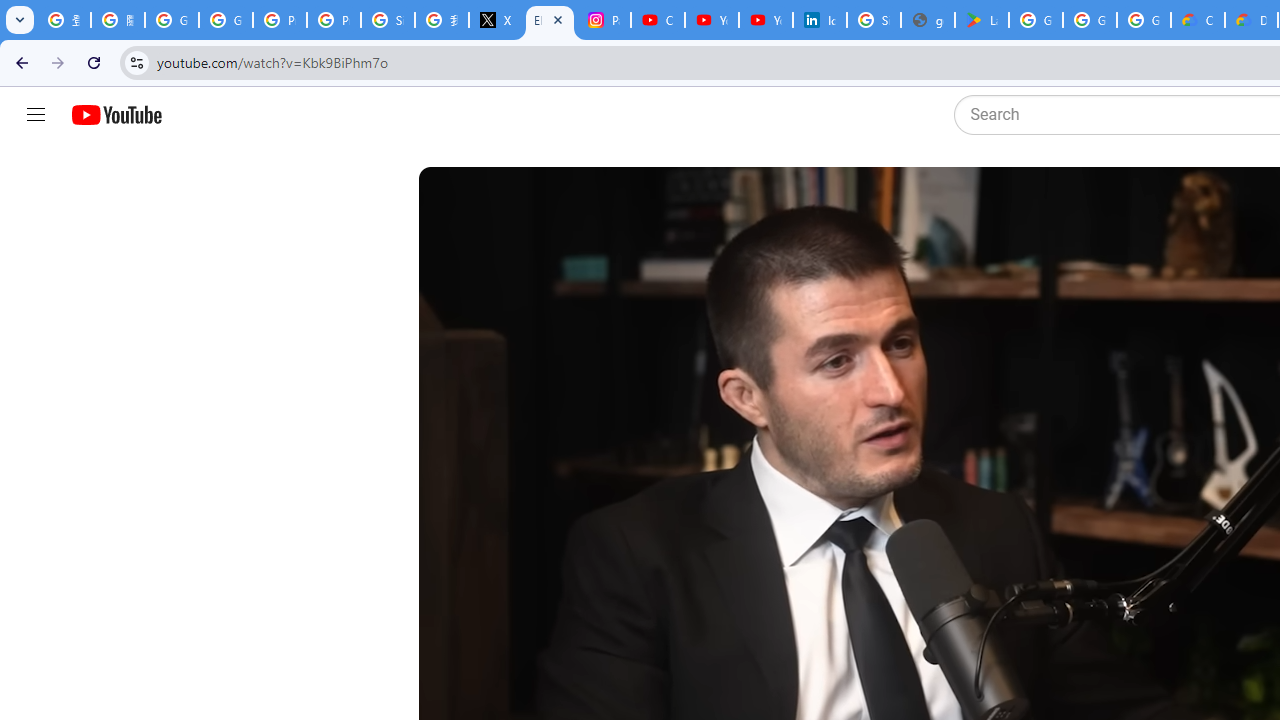 The image size is (1280, 720). I want to click on 'Customer Care | Google Cloud', so click(1198, 20).